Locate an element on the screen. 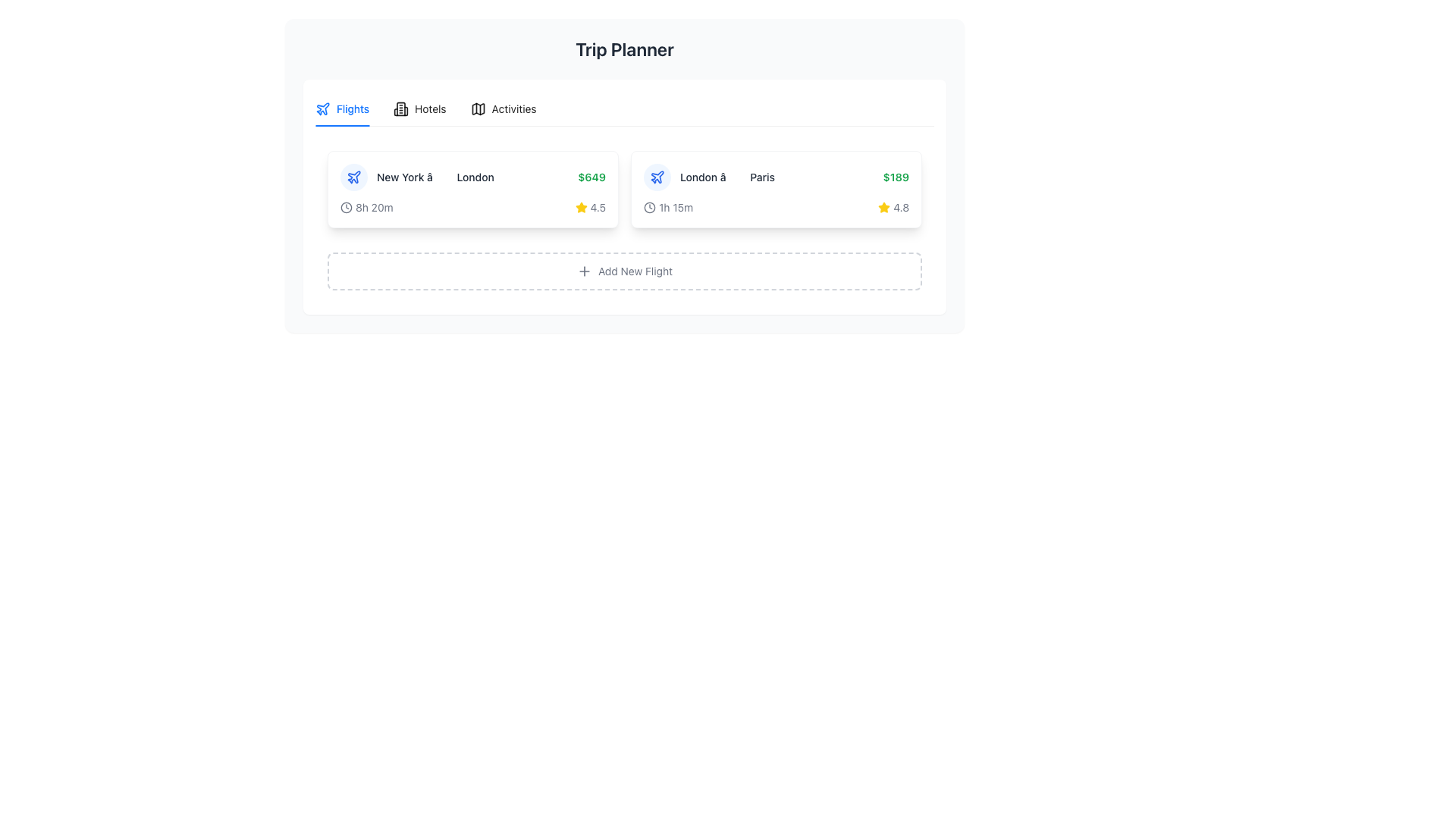 The height and width of the screenshot is (819, 1456). the 'Activities' tab, which is the third tab in the horizontal navigation bar is located at coordinates (503, 108).